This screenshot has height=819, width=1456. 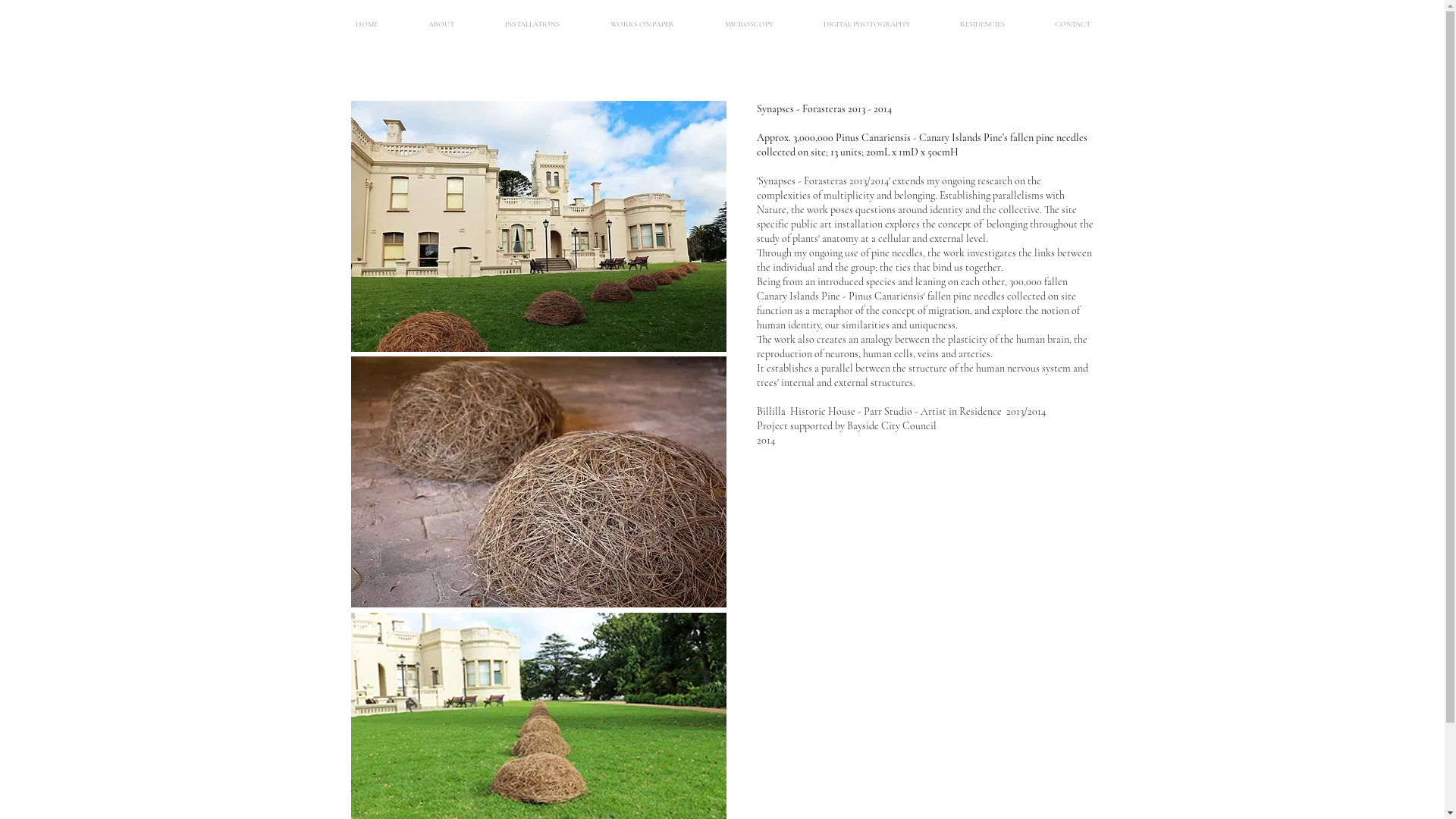 What do you see at coordinates (441, 24) in the screenshot?
I see `'ABOUT'` at bounding box center [441, 24].